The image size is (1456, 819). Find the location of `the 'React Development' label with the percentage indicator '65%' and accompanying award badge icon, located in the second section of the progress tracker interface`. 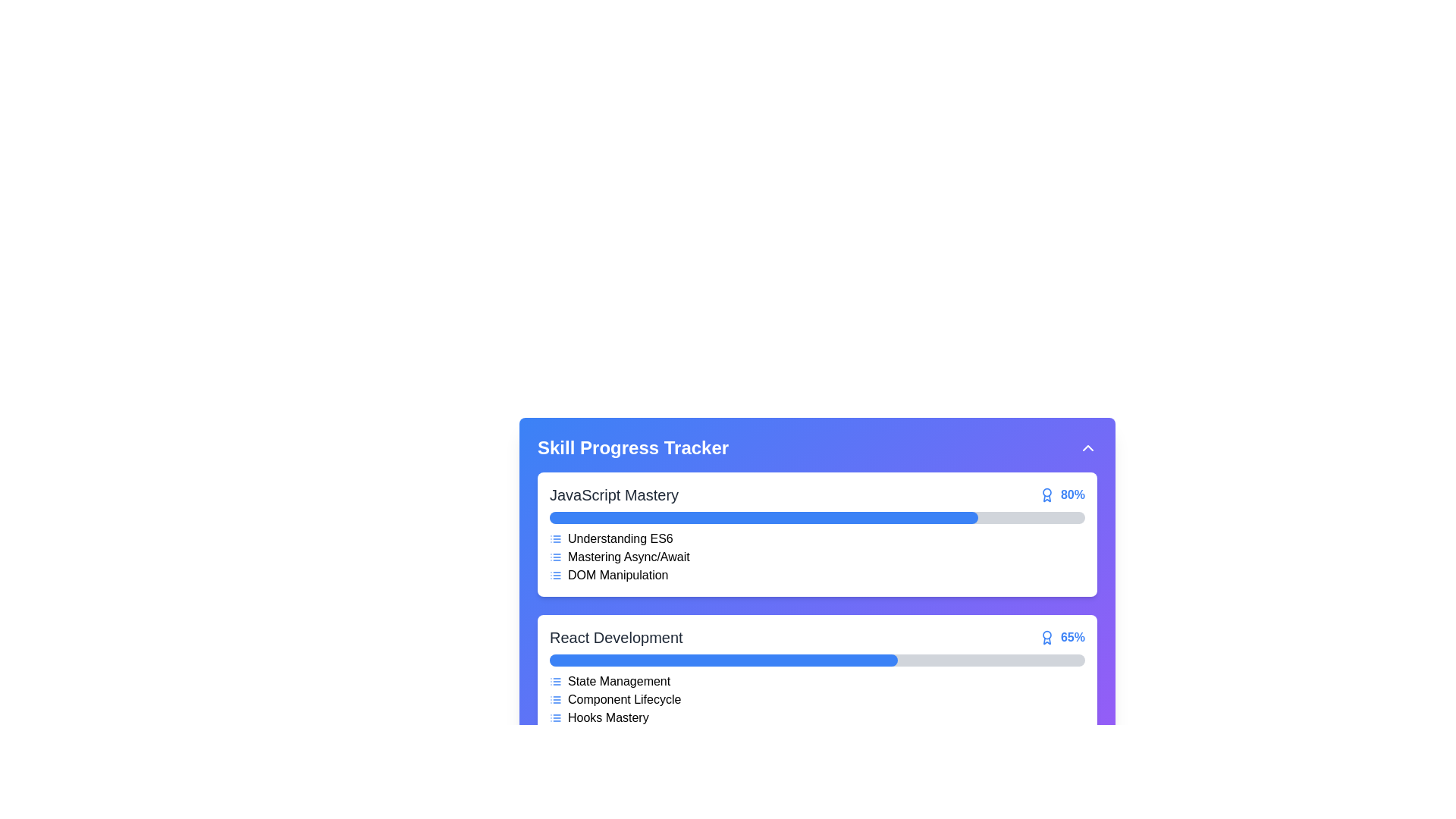

the 'React Development' label with the percentage indicator '65%' and accompanying award badge icon, located in the second section of the progress tracker interface is located at coordinates (817, 637).